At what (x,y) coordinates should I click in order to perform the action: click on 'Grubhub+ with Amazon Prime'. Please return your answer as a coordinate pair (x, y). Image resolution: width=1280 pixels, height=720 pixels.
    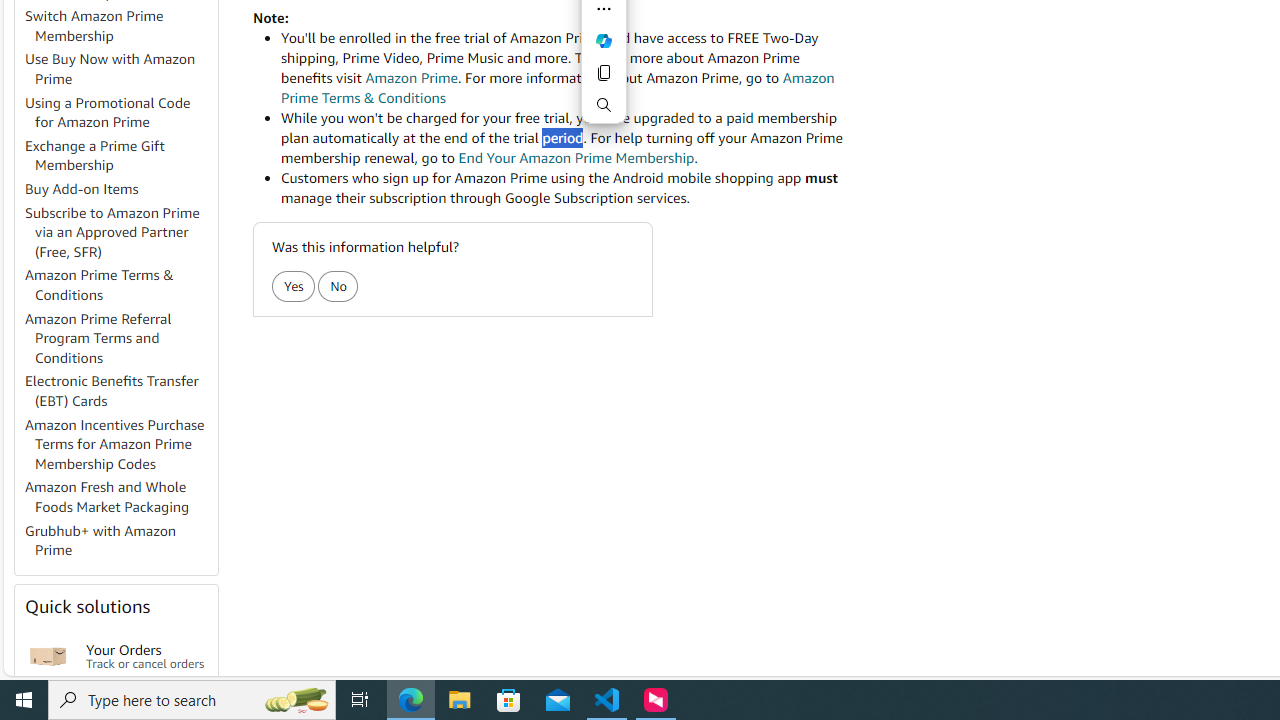
    Looking at the image, I should click on (119, 541).